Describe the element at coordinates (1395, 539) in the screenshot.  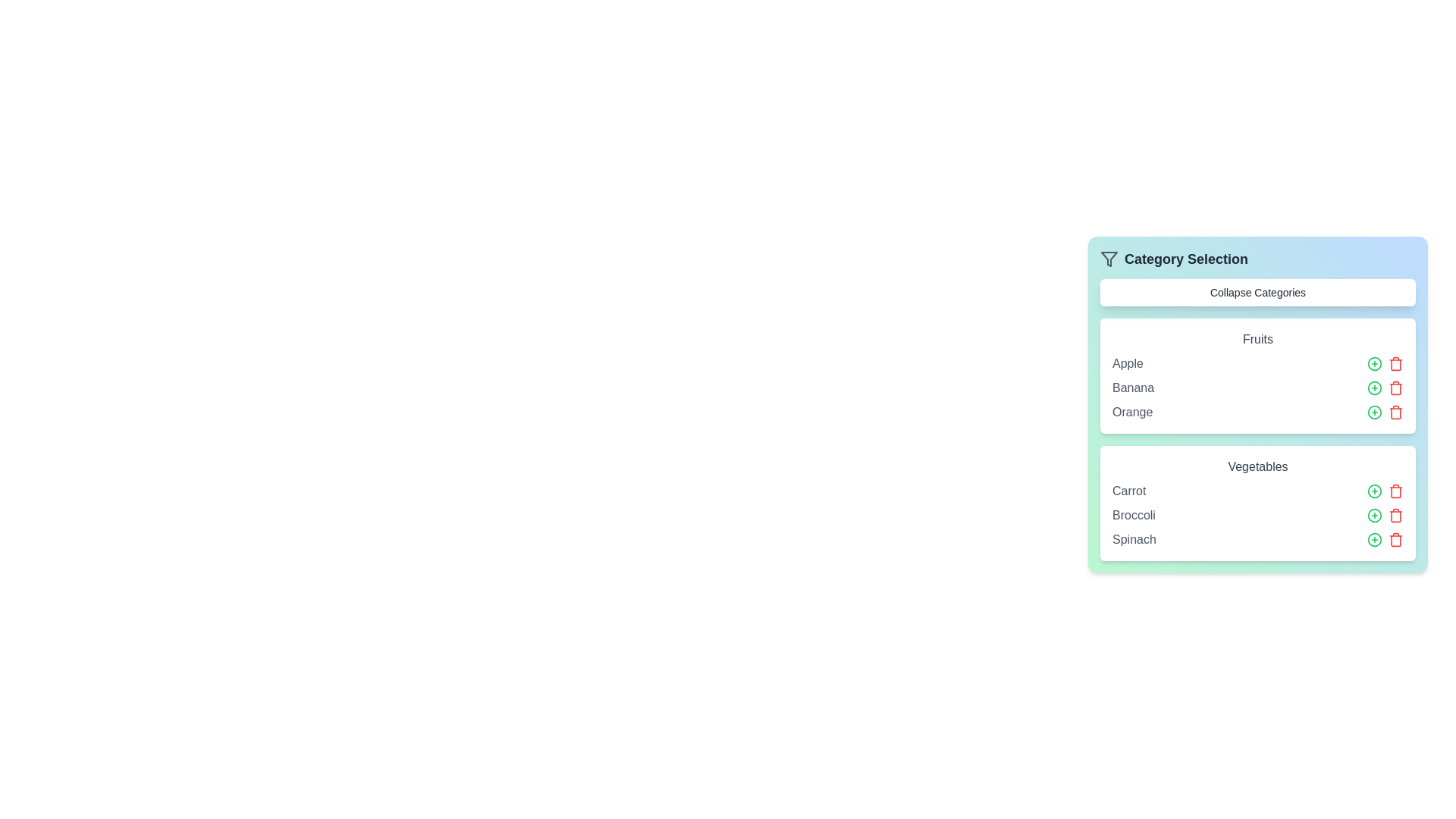
I see `the trash icon next to the item Spinach to remove it from the list` at that location.